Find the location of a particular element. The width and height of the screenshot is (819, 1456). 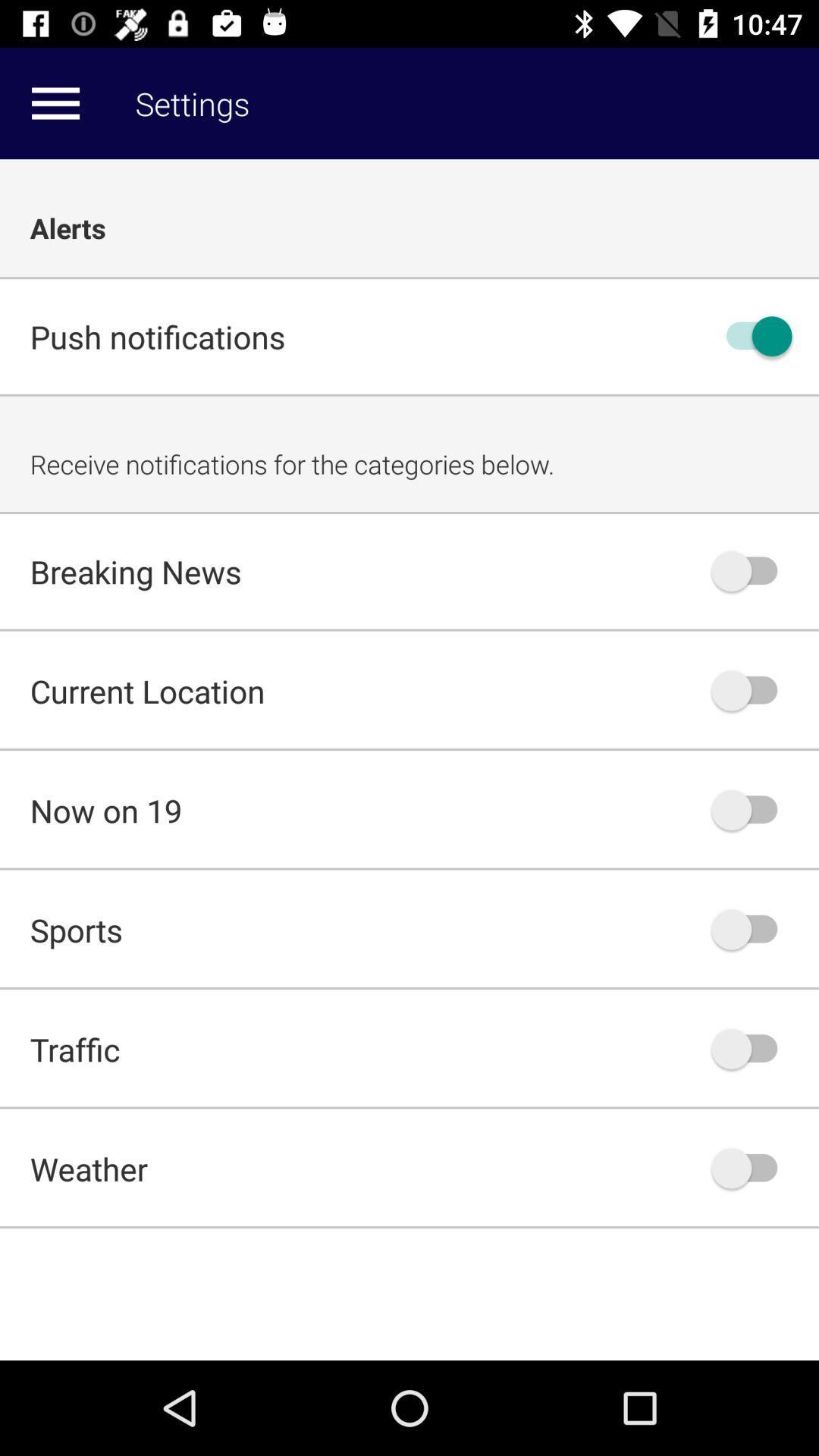

turn off button is located at coordinates (752, 689).